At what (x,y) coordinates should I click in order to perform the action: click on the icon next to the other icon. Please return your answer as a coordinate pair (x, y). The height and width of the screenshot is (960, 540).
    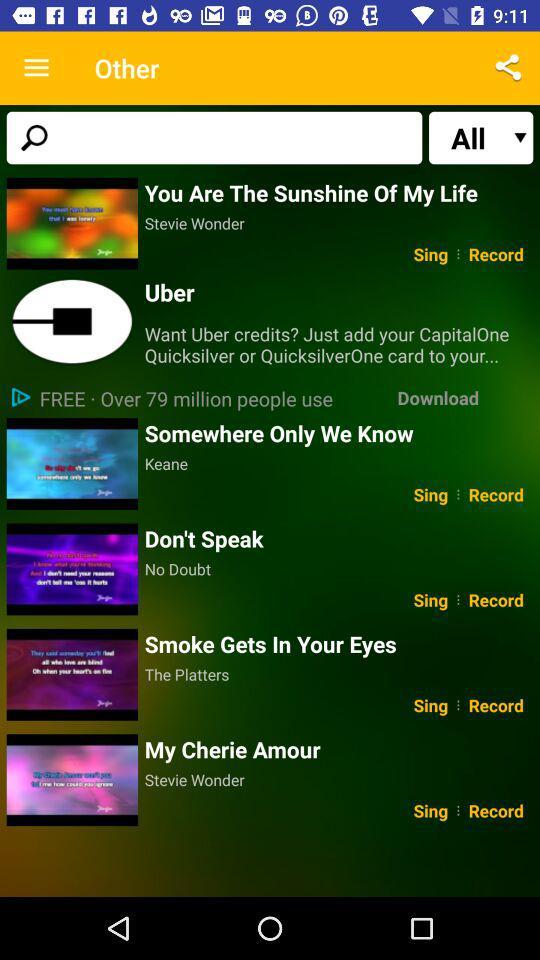
    Looking at the image, I should click on (36, 68).